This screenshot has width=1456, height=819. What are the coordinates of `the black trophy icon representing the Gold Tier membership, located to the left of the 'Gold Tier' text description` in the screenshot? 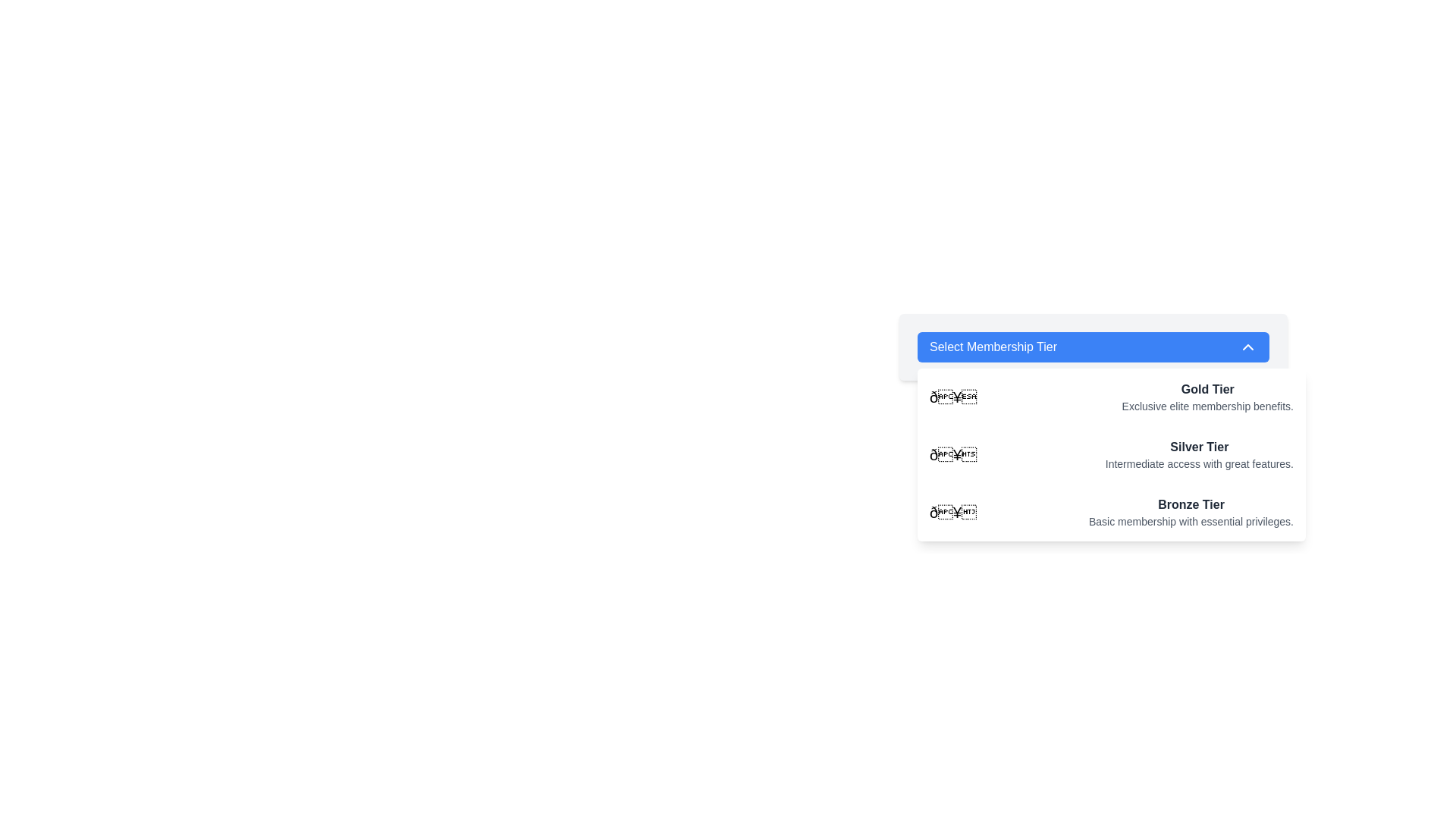 It's located at (952, 397).